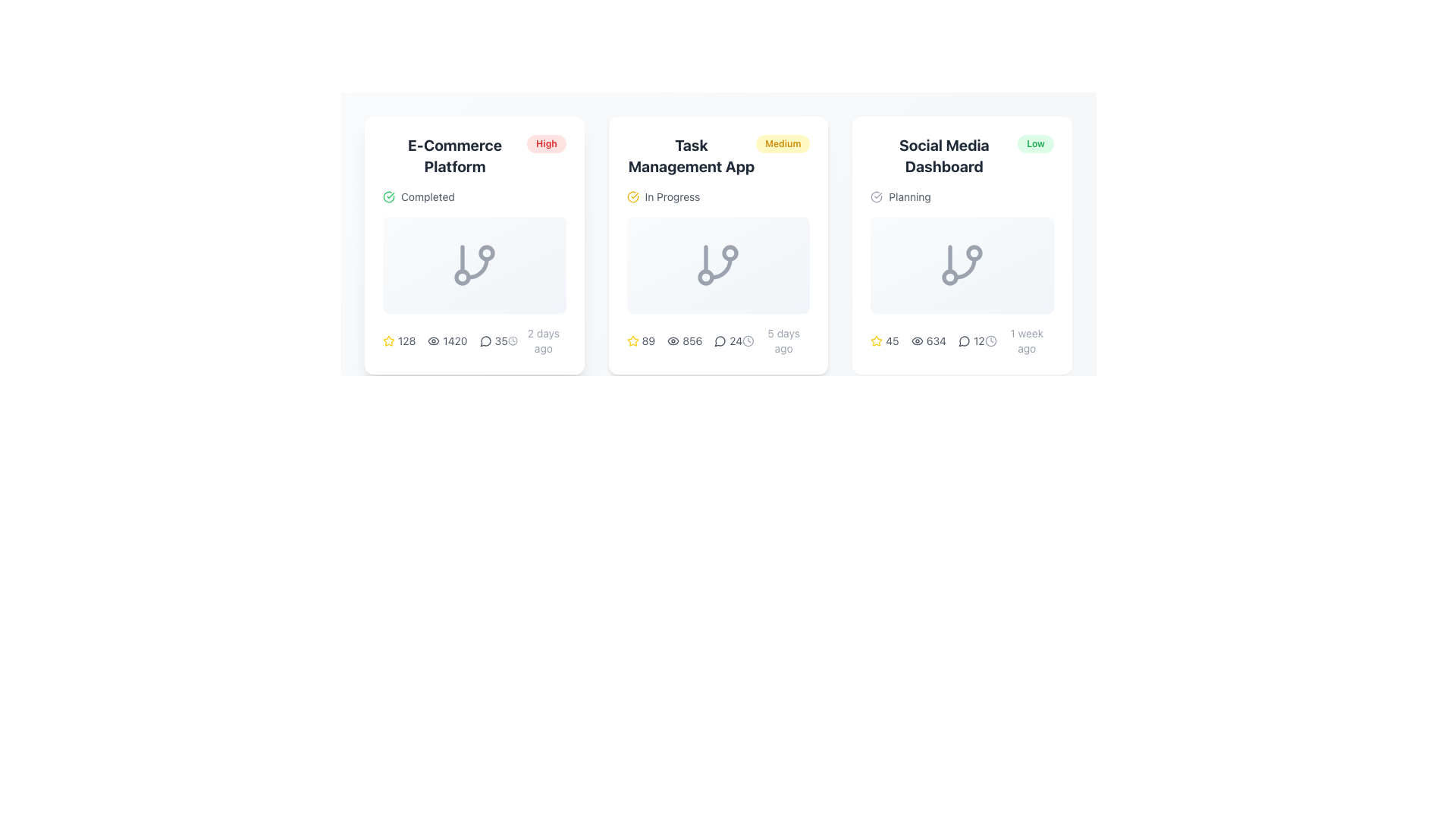 This screenshot has height=819, width=1456. I want to click on information displayed in the Text element indicating the relative time of an event, which is located at the bottom right of the 'Social Media Dashboard' card, so click(1019, 341).